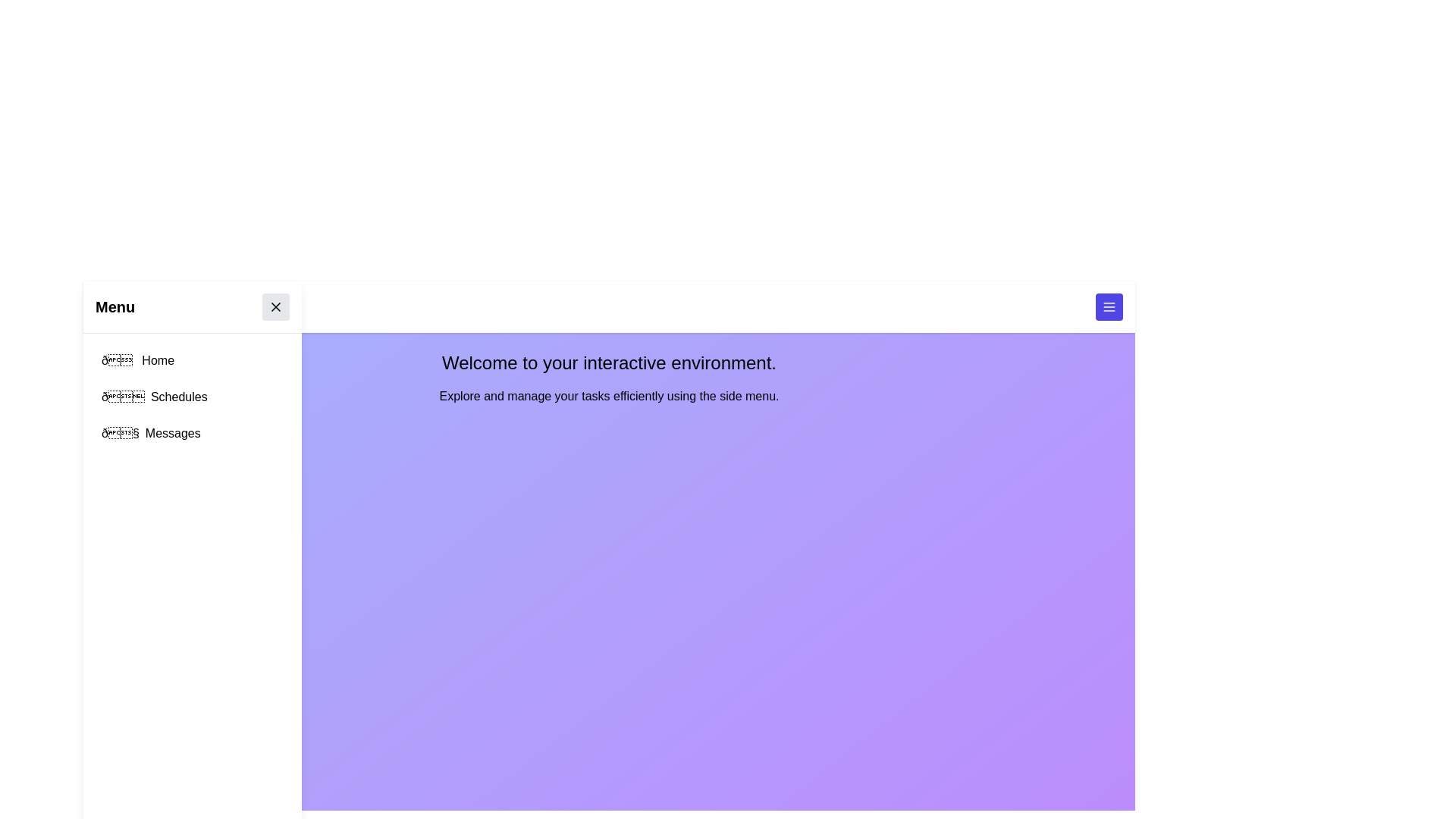  I want to click on the rounded rectangle button with a blue-indigo background and white horizontal lines, located at the top-right corner of the interface beside the 'Dashboard' text, so click(1109, 307).